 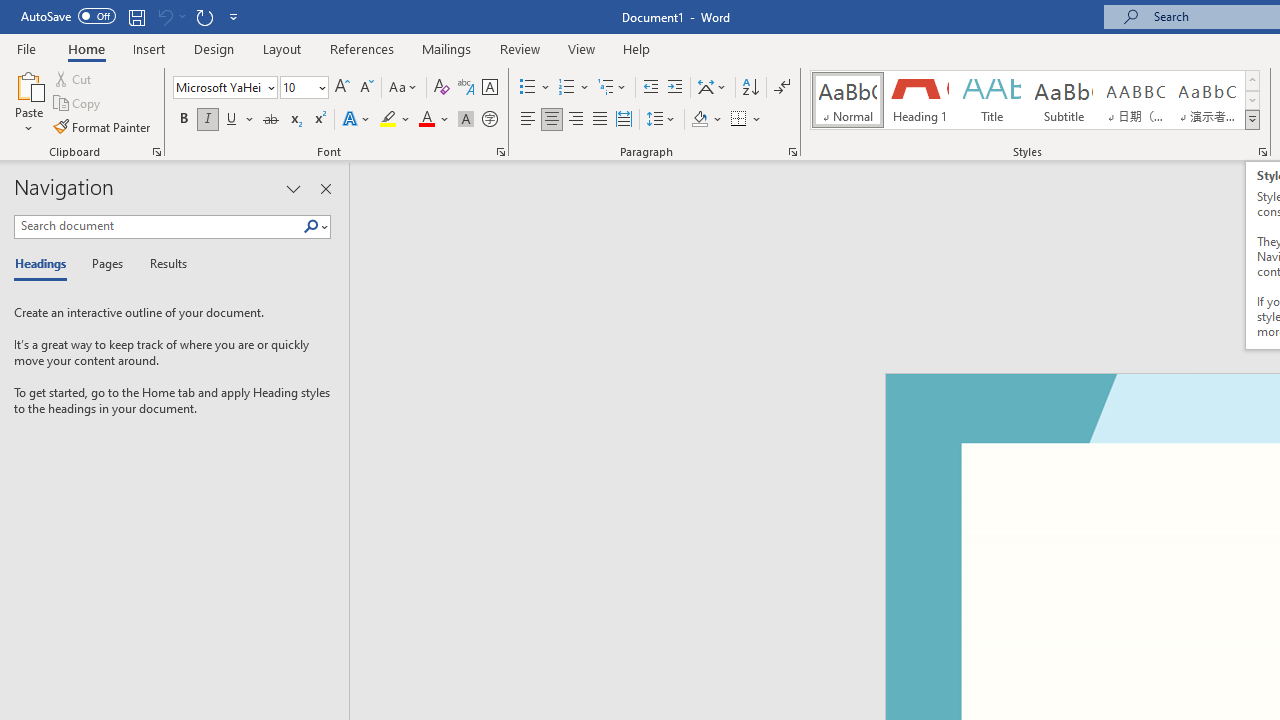 What do you see at coordinates (501, 150) in the screenshot?
I see `'Font...'` at bounding box center [501, 150].